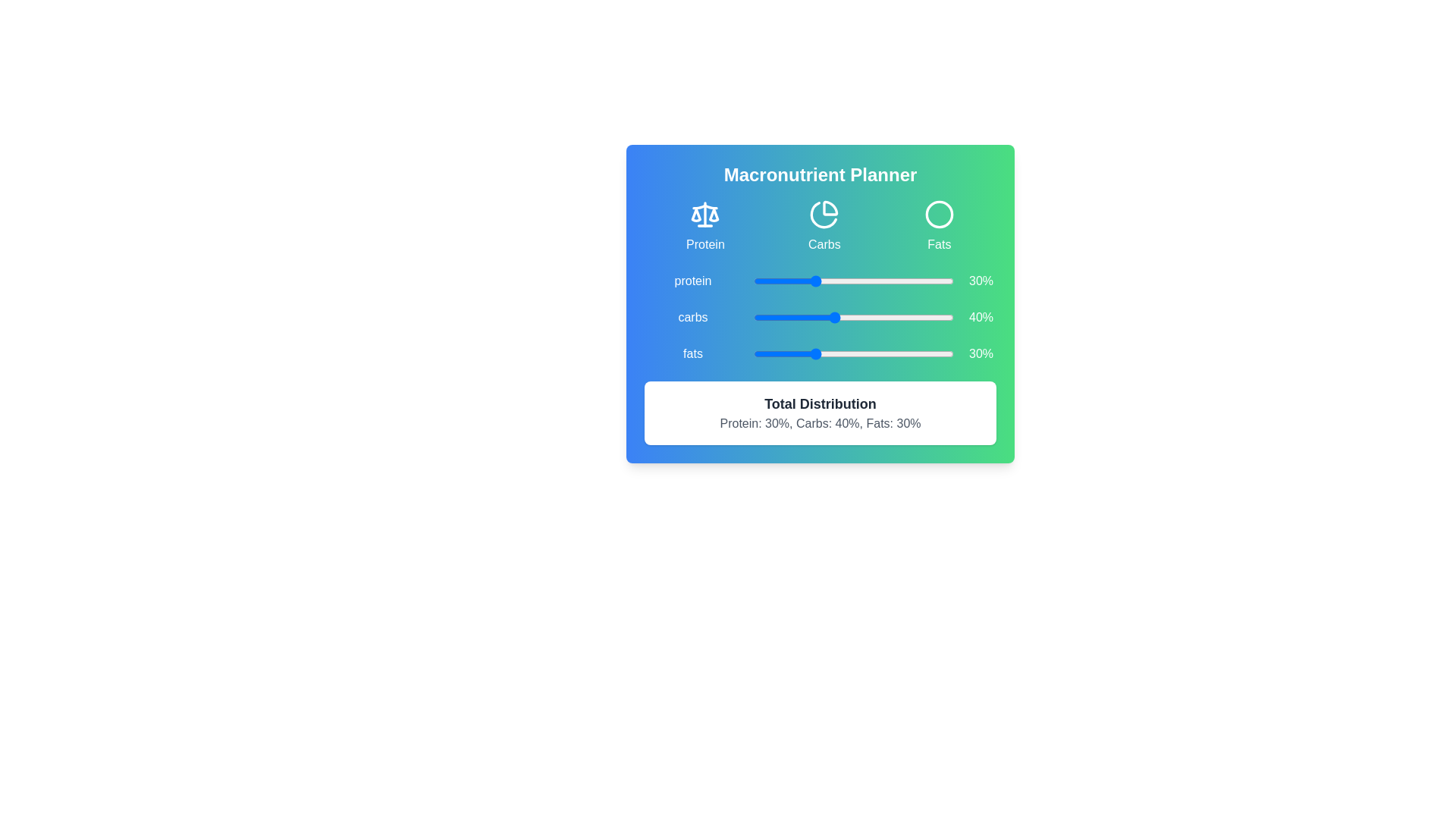 The image size is (1456, 819). I want to click on the pie chart icon rendered in white lines, which is located above the 'Carbs' text label in the 'Macronutrient Planner' interface, so click(824, 214).